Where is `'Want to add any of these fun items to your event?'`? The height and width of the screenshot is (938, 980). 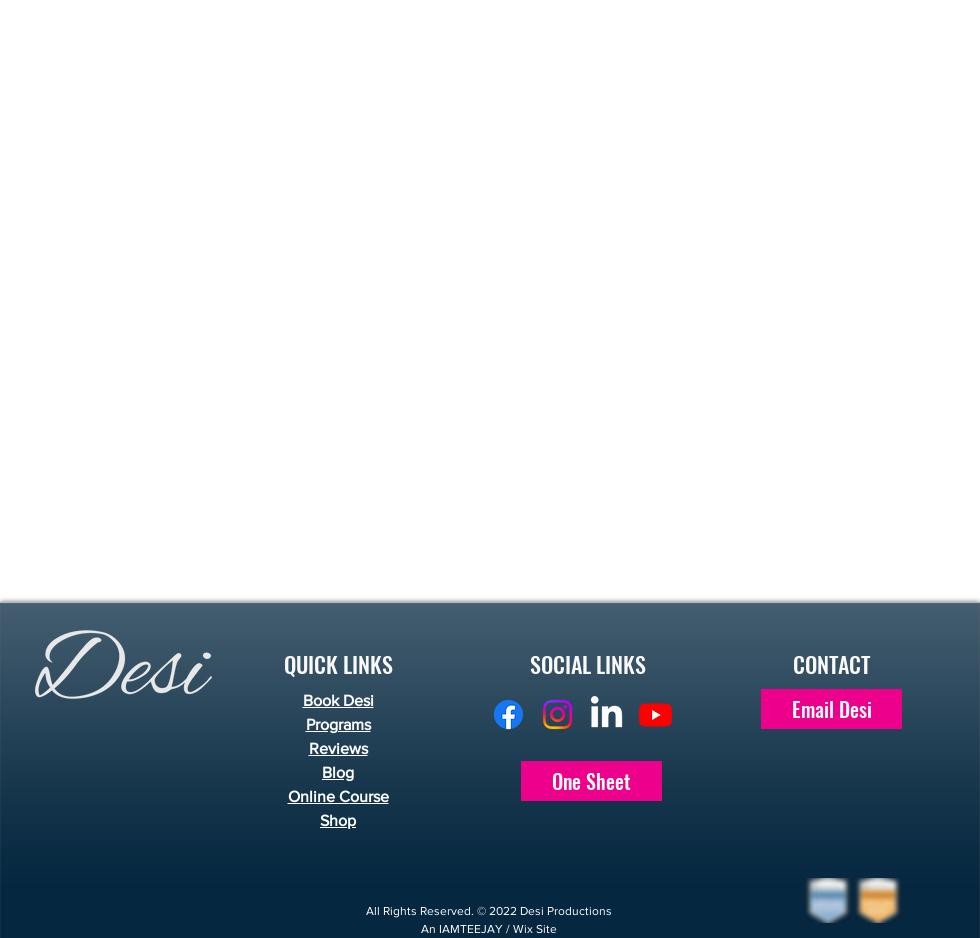
'Want to add any of these fun items to your event?' is located at coordinates (748, 284).